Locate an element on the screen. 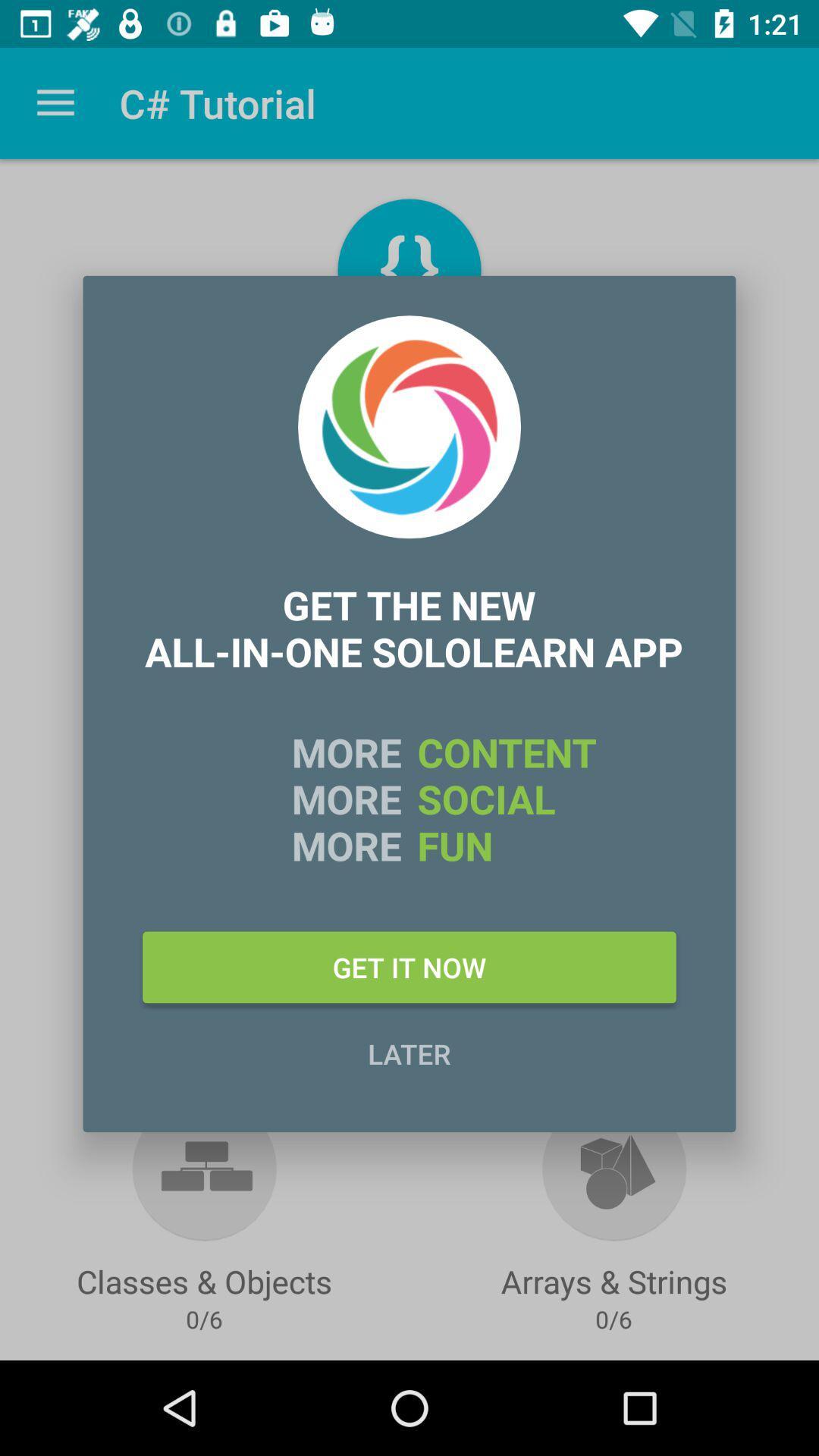 The image size is (819, 1456). item above the later is located at coordinates (409, 966).